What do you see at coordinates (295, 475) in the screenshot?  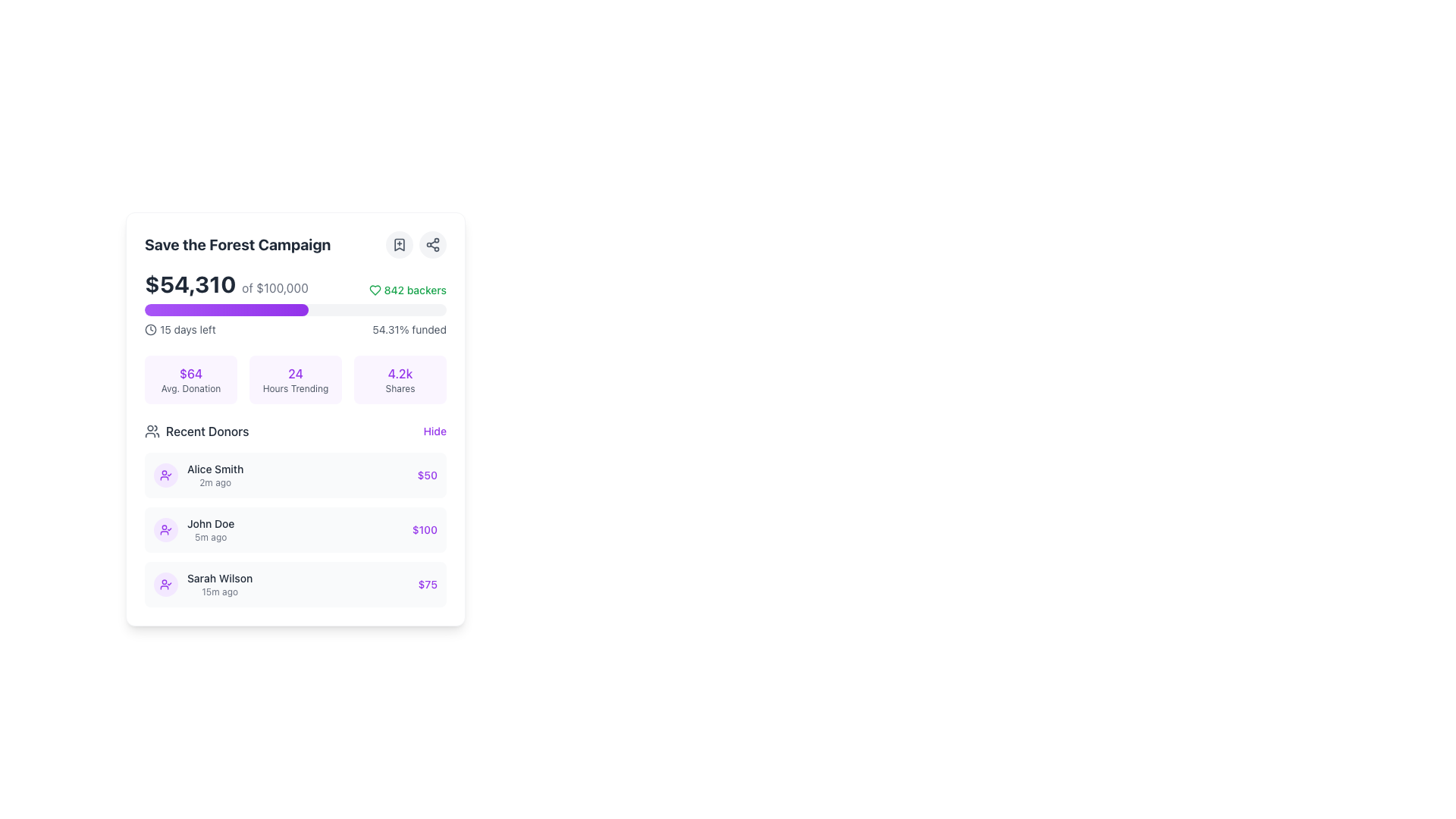 I see `the informational list item representing 'Alice Smith' in the 'Recent Donors' section` at bounding box center [295, 475].